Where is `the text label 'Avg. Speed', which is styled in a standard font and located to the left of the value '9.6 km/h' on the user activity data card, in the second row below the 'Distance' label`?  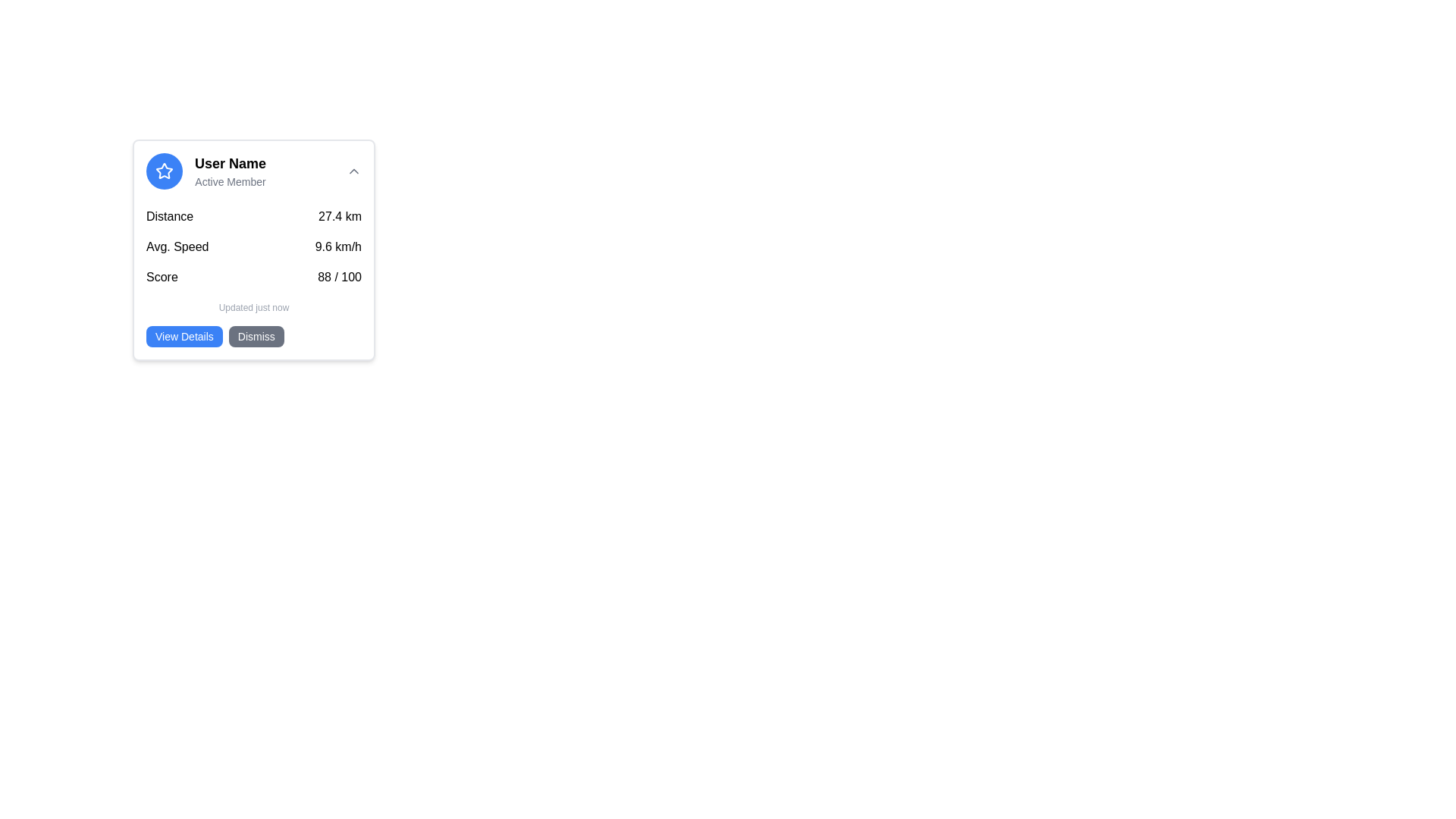 the text label 'Avg. Speed', which is styled in a standard font and located to the left of the value '9.6 km/h' on the user activity data card, in the second row below the 'Distance' label is located at coordinates (177, 246).